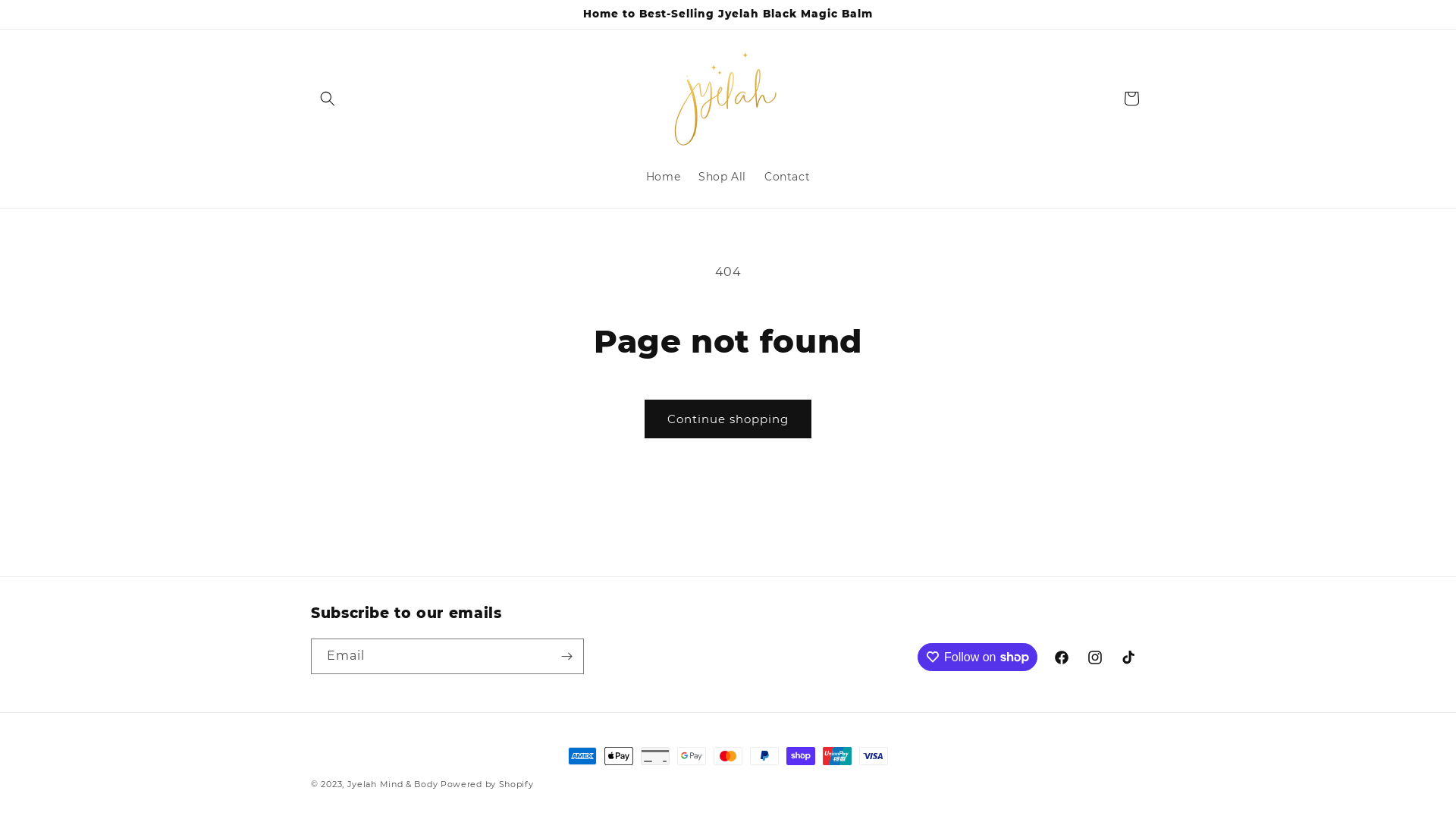 This screenshot has width=1456, height=819. Describe the element at coordinates (755, 175) in the screenshot. I see `'Contact'` at that location.